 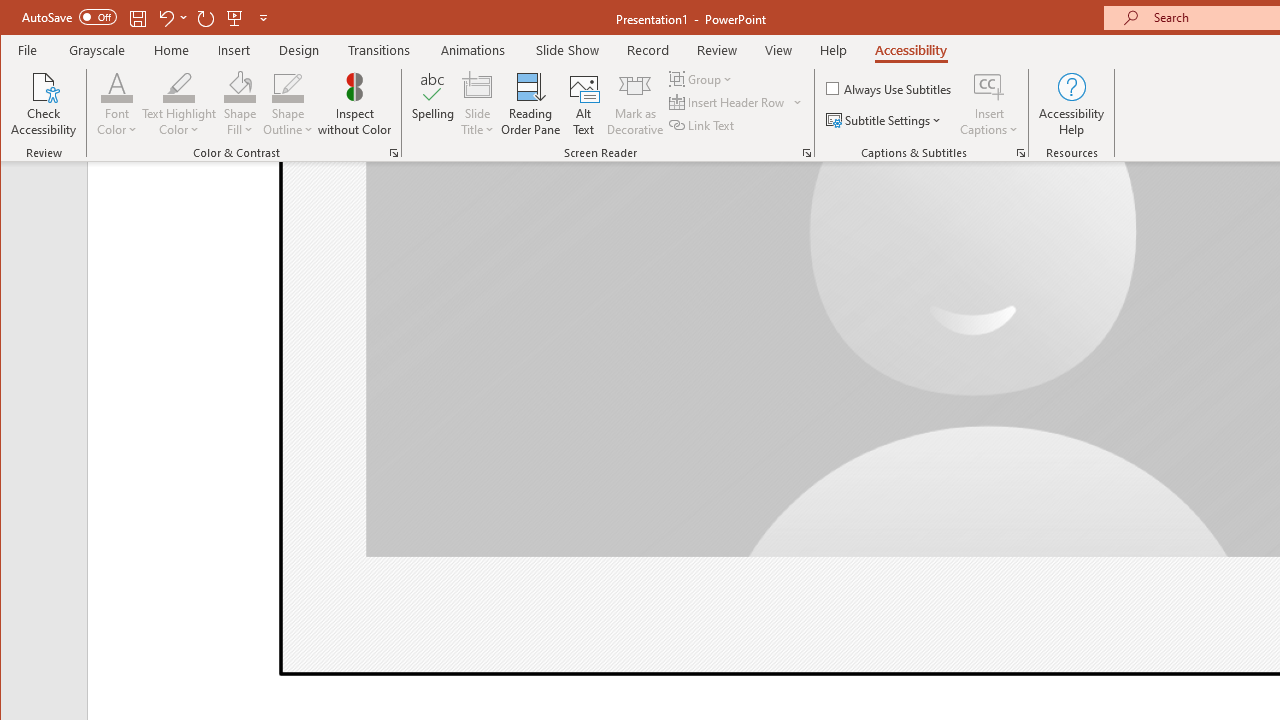 What do you see at coordinates (634, 104) in the screenshot?
I see `'Mark as Decorative'` at bounding box center [634, 104].